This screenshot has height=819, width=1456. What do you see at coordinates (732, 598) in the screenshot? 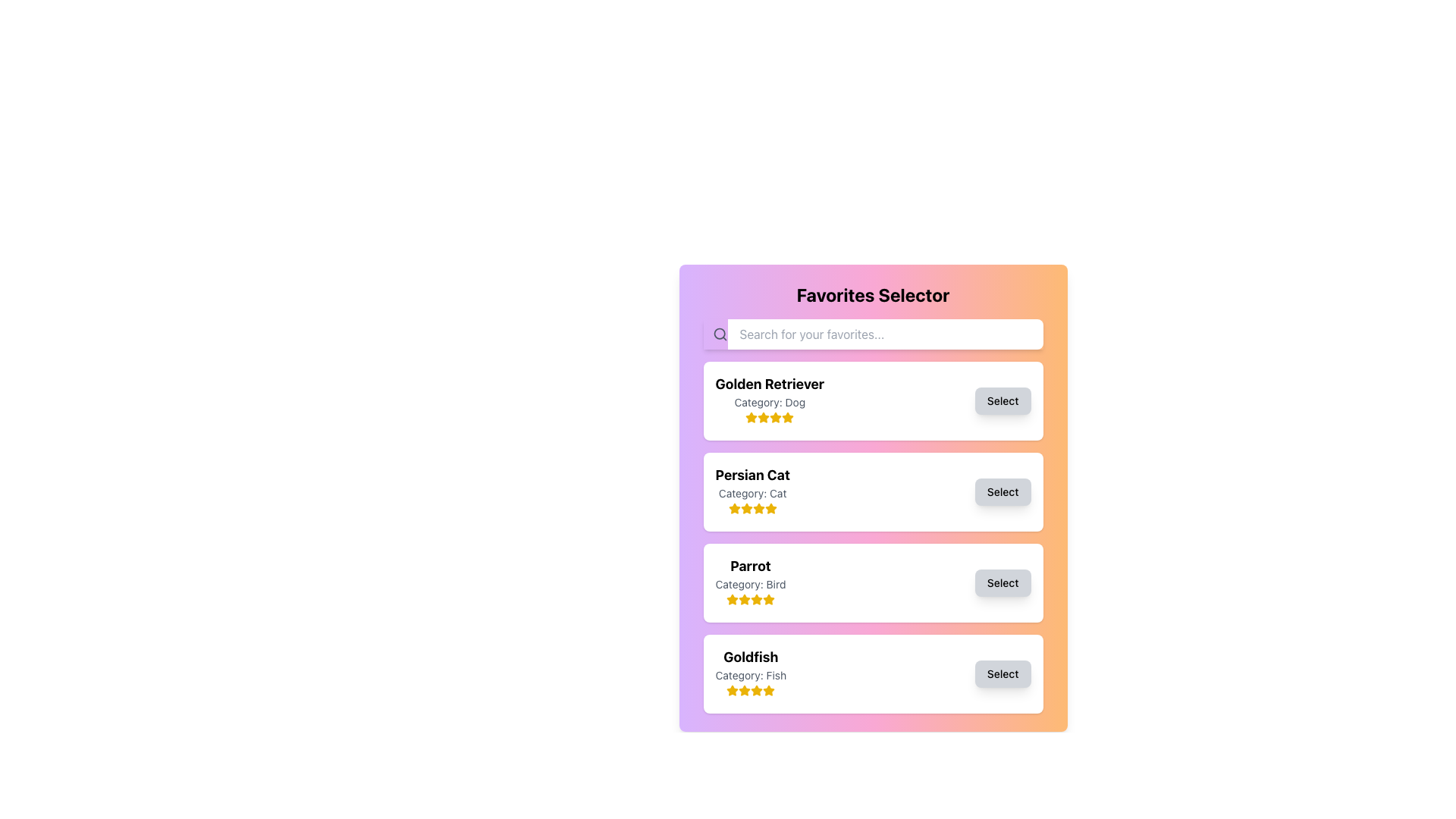
I see `the second star icon in the rating section of the 'Parrot' item entry in the 'Favorites Selector'` at bounding box center [732, 598].